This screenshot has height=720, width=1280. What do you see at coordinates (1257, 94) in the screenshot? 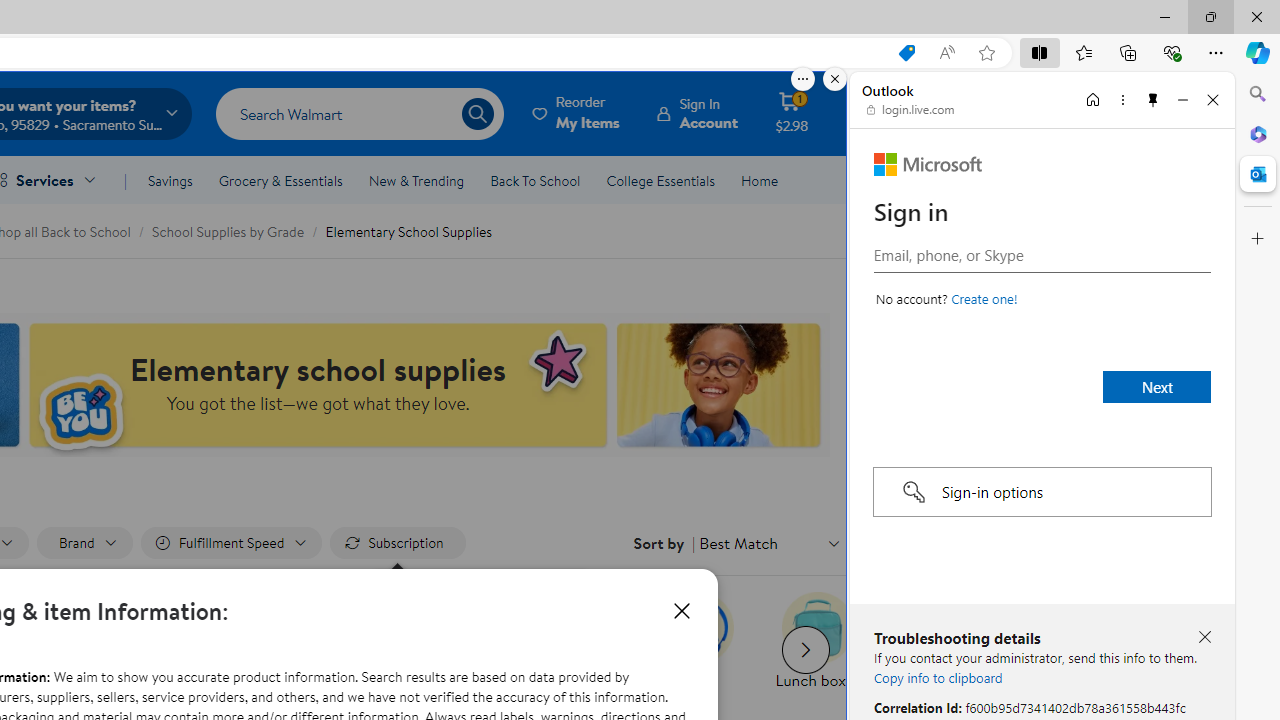
I see `'Close Search pane'` at bounding box center [1257, 94].